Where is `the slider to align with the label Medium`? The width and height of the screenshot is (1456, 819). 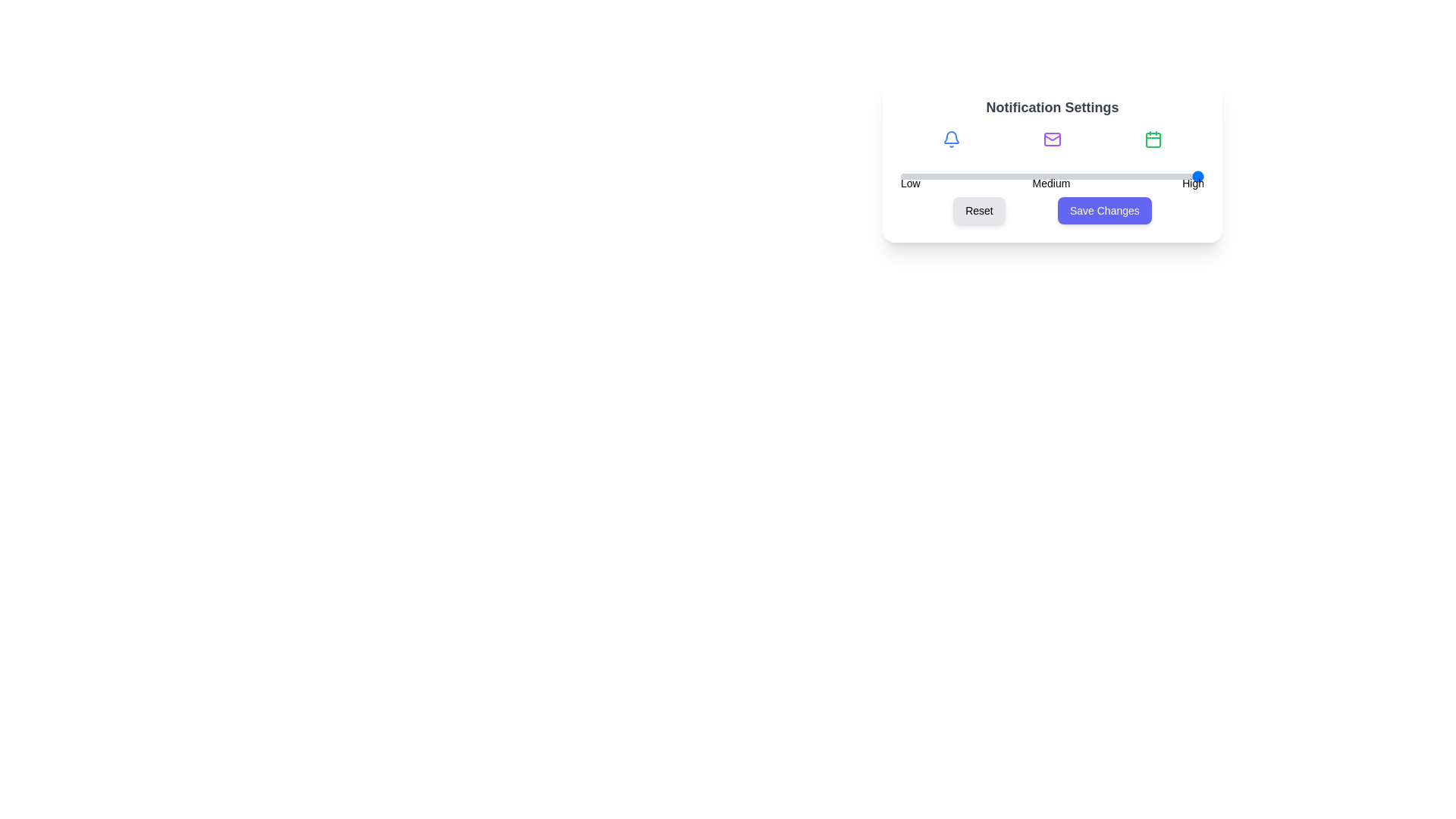
the slider to align with the label Medium is located at coordinates (1050, 175).